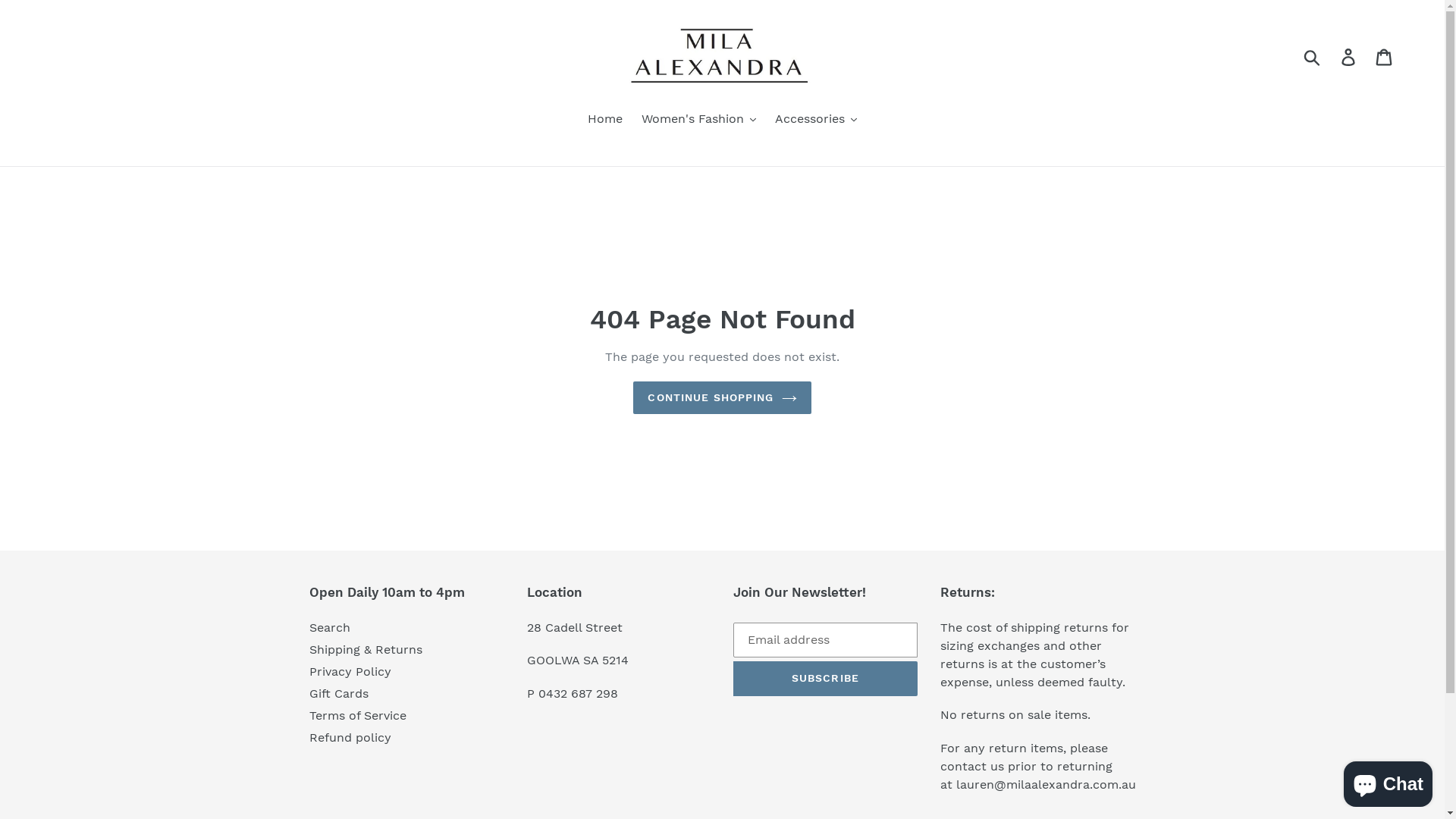  I want to click on 'Log in', so click(1331, 56).